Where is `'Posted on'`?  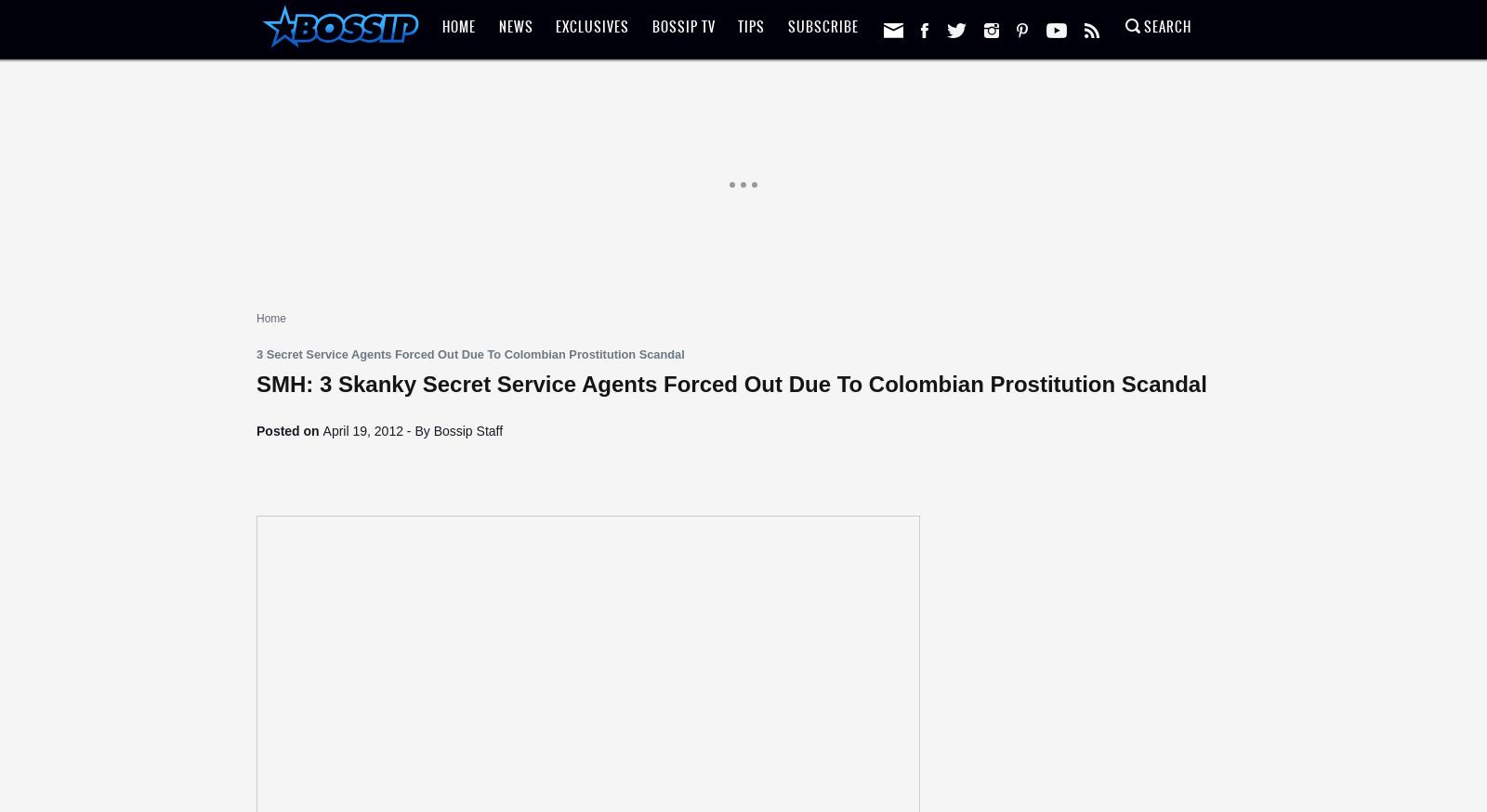 'Posted on' is located at coordinates (257, 430).